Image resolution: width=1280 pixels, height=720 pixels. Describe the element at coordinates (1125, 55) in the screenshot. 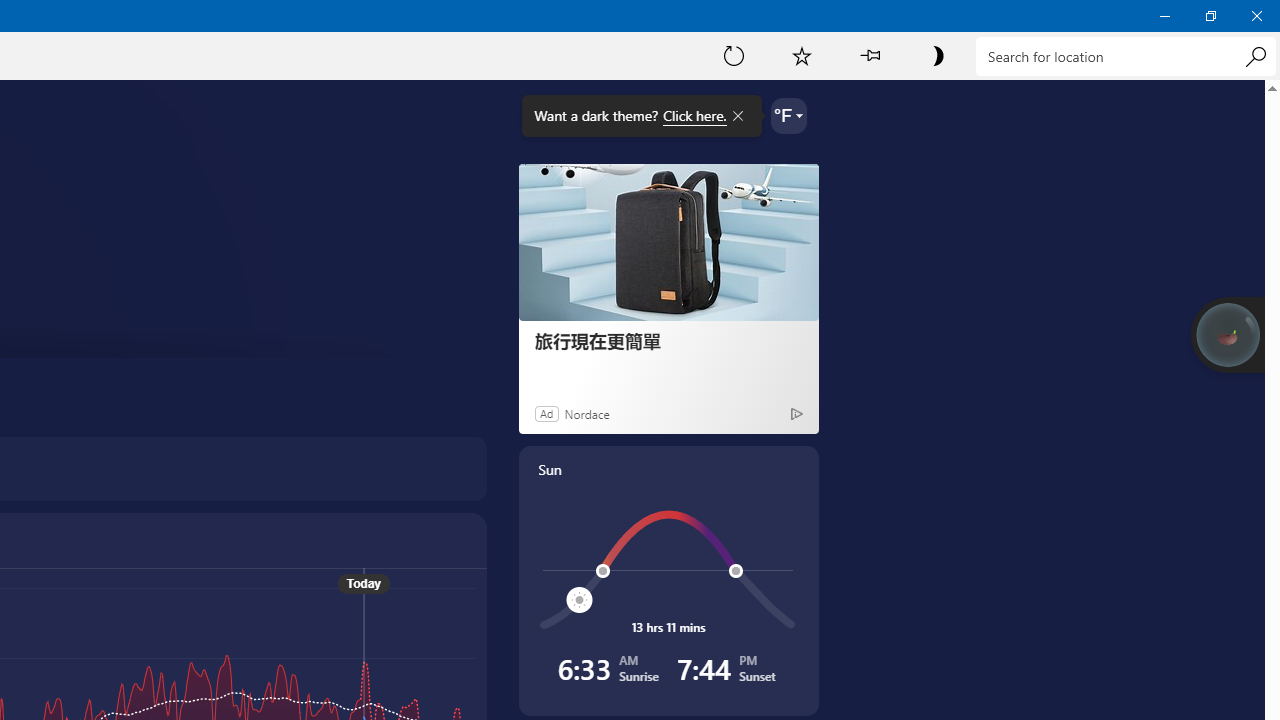

I see `'Search for location'` at that location.